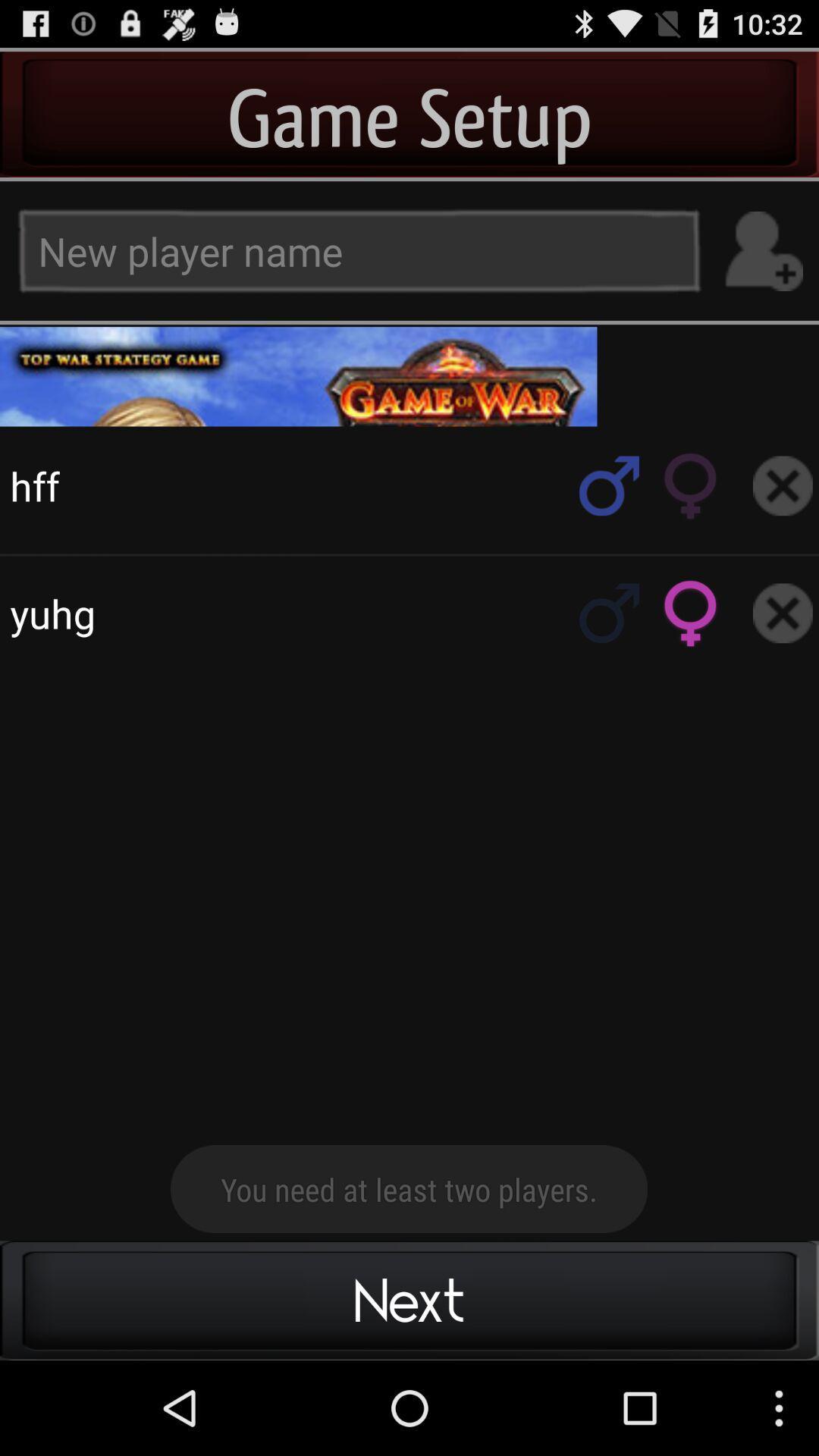 This screenshot has width=819, height=1456. I want to click on next, so click(409, 376).